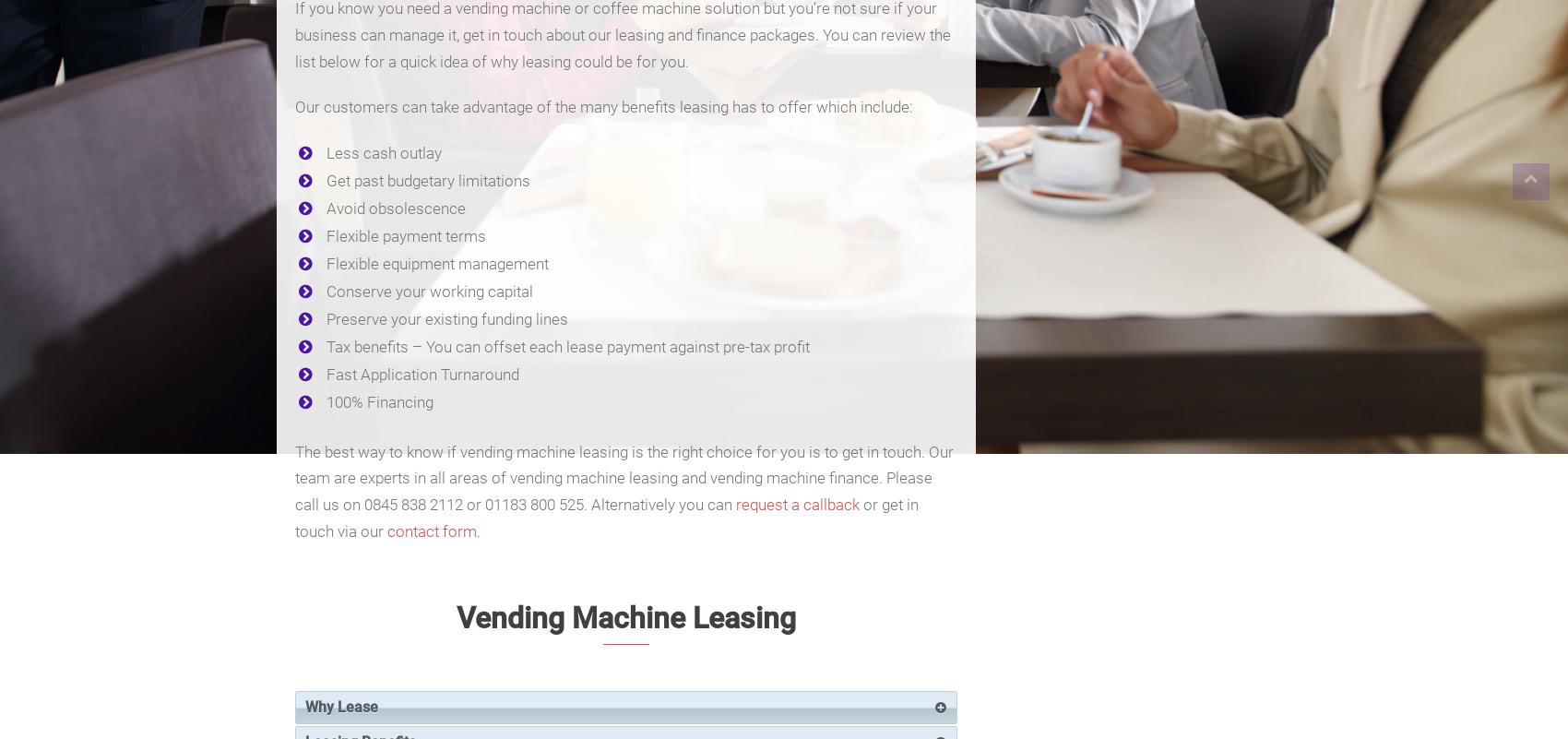 The image size is (1568, 739). What do you see at coordinates (797, 504) in the screenshot?
I see `'request a callback'` at bounding box center [797, 504].